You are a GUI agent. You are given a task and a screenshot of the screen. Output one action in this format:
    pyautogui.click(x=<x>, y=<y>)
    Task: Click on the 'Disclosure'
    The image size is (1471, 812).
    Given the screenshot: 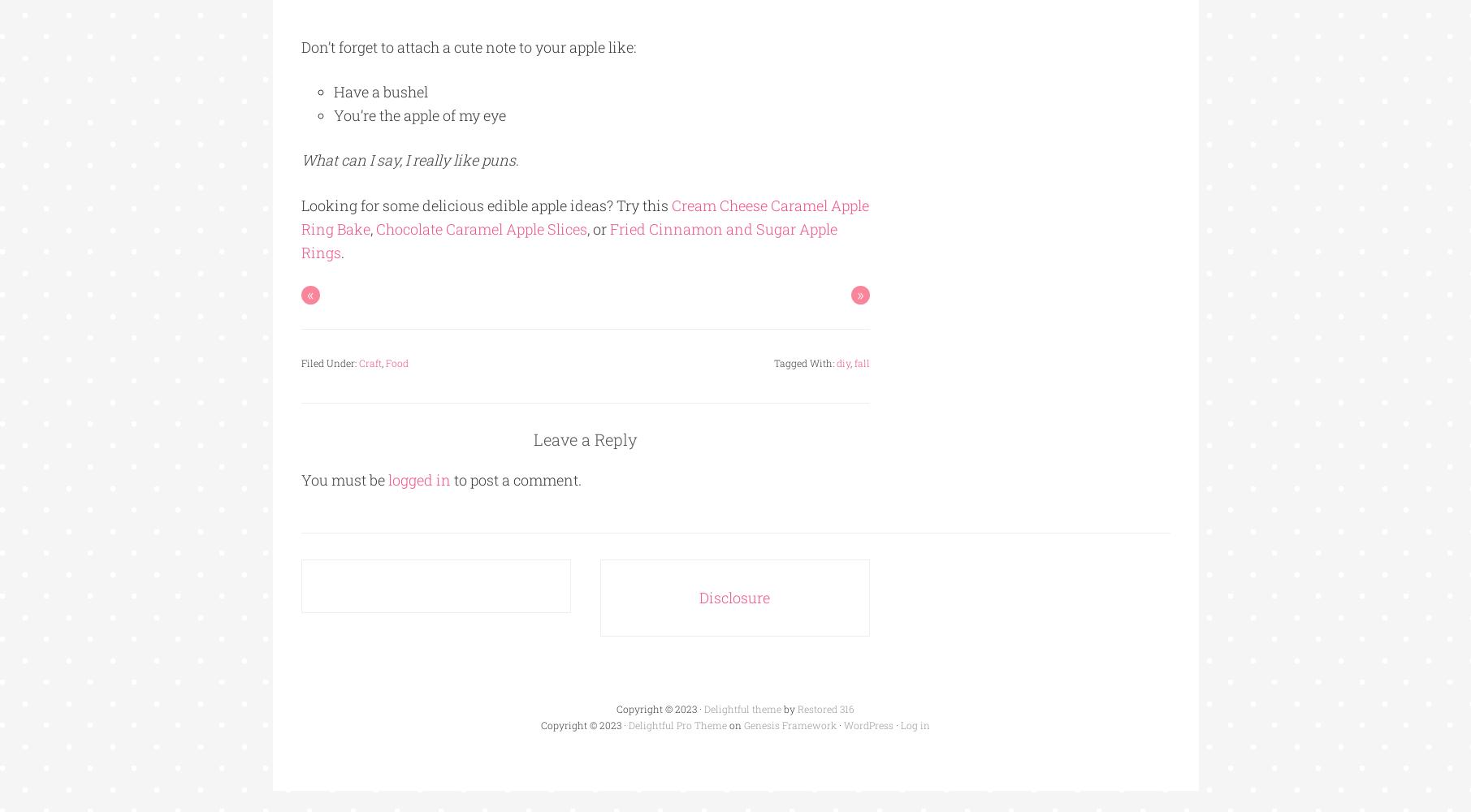 What is the action you would take?
    pyautogui.click(x=734, y=597)
    